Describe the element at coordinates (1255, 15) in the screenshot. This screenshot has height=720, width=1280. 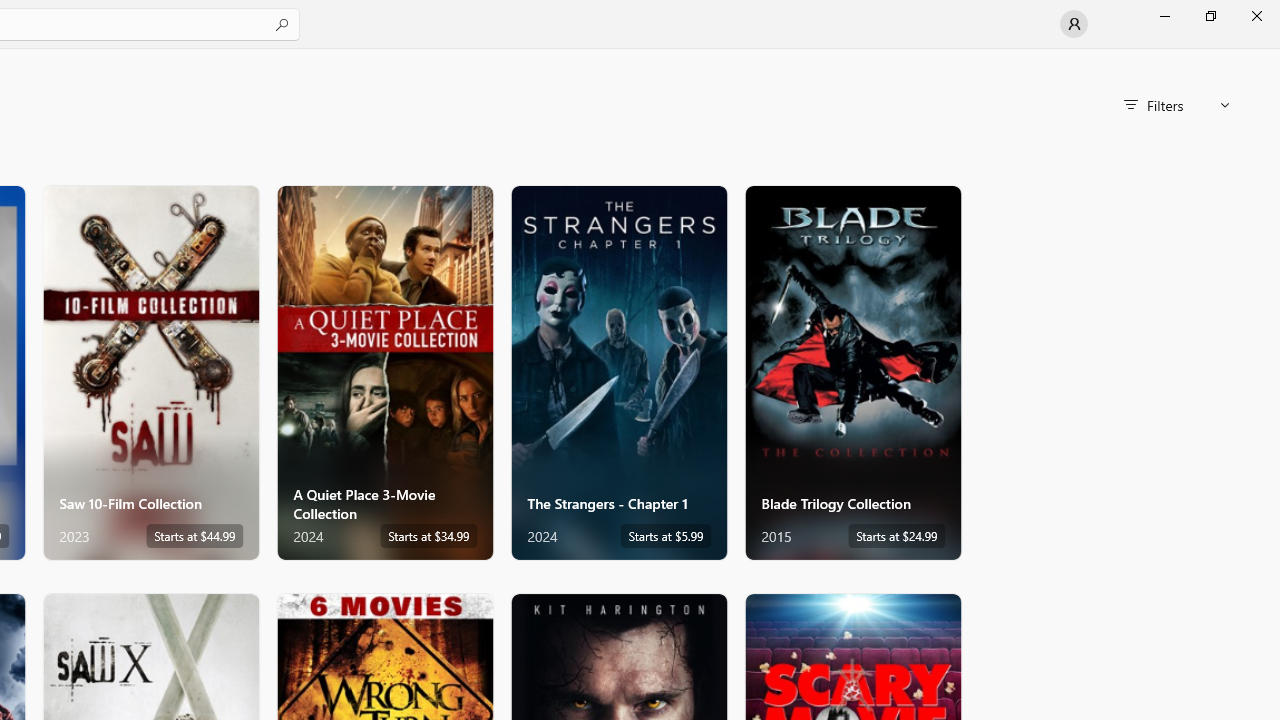
I see `'Close Microsoft Store'` at that location.